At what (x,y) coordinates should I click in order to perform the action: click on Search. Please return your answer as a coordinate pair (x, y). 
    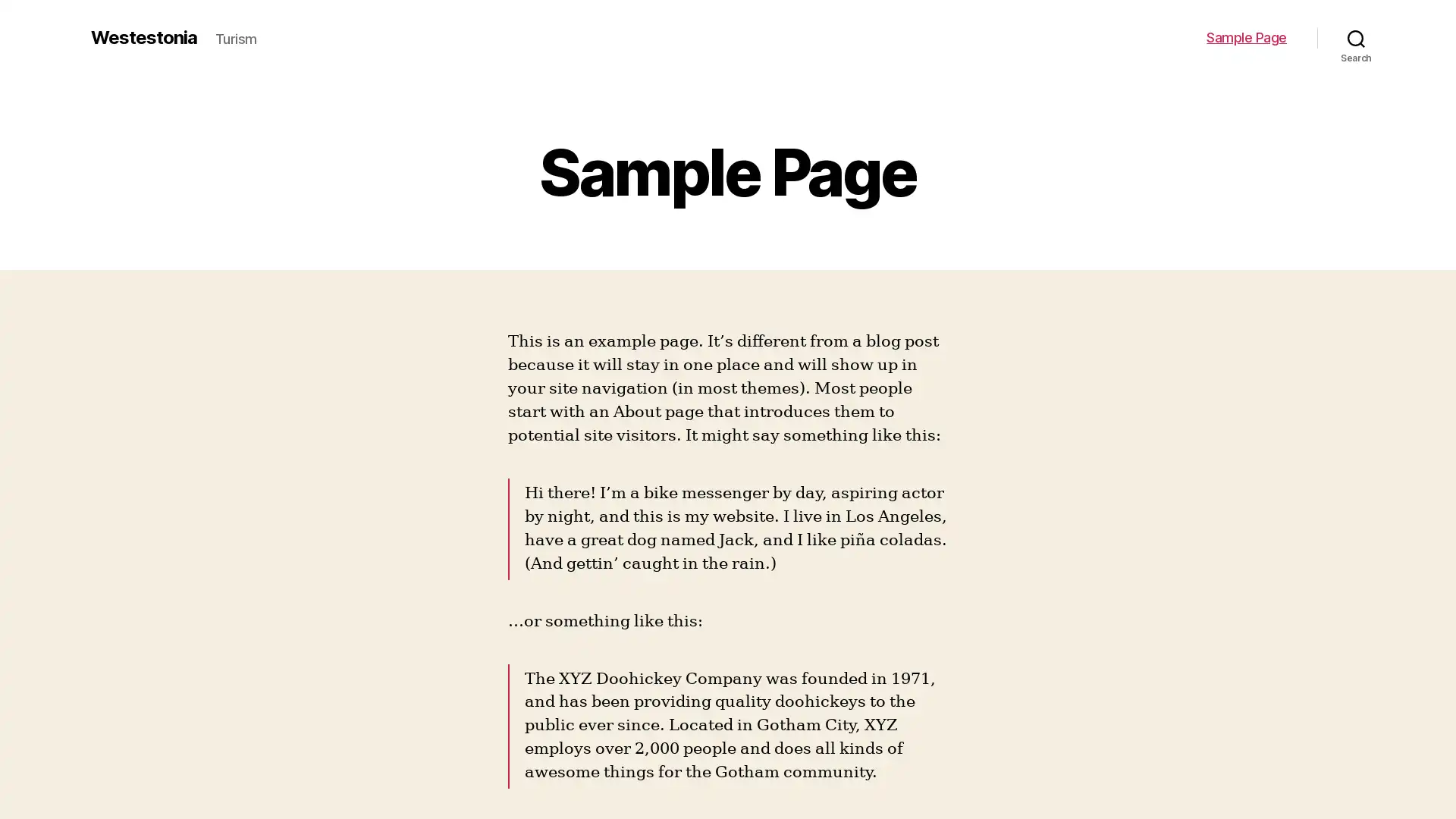
    Looking at the image, I should click on (1356, 37).